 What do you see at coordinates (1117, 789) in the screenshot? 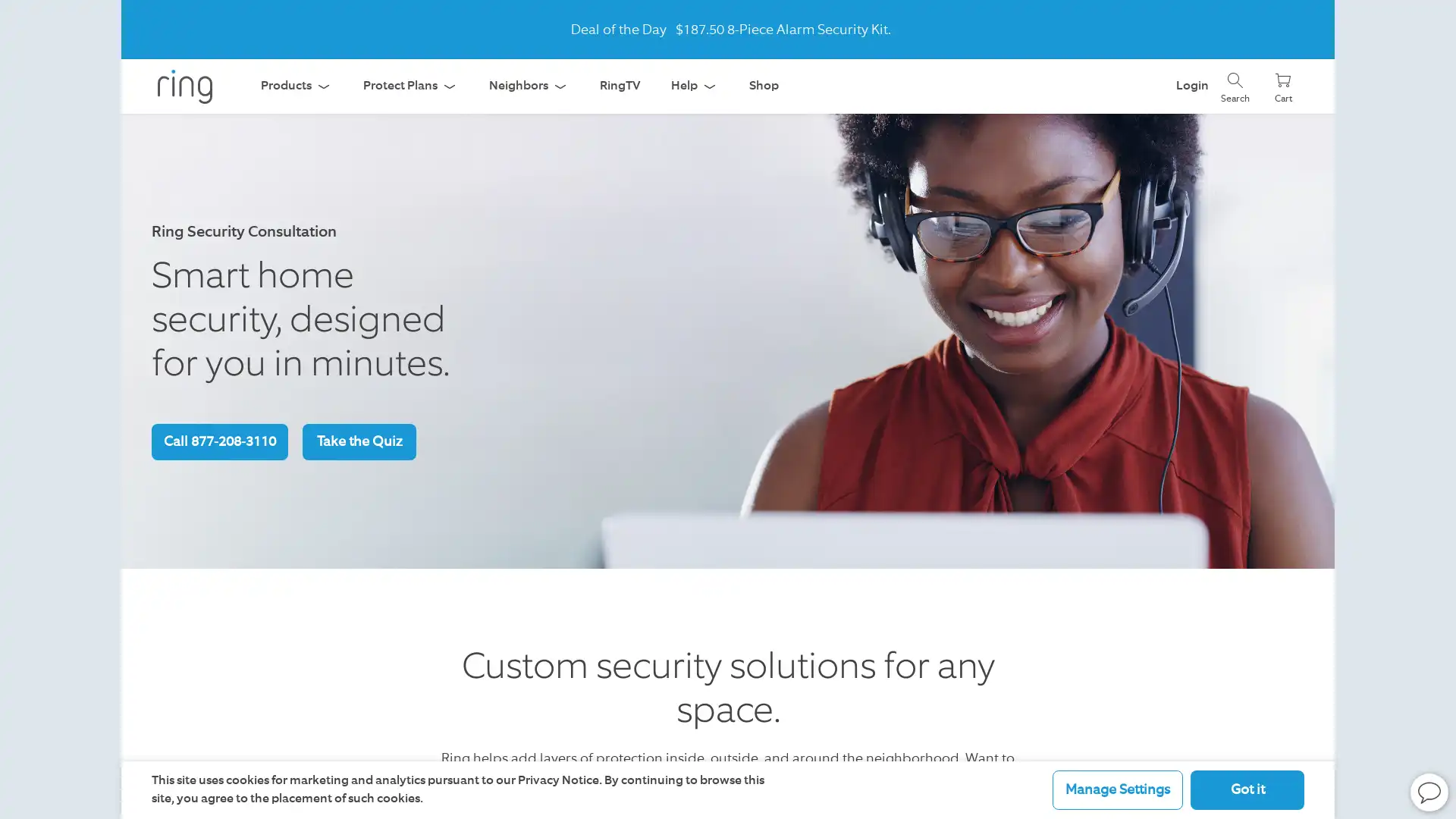
I see `Manage Settings` at bounding box center [1117, 789].